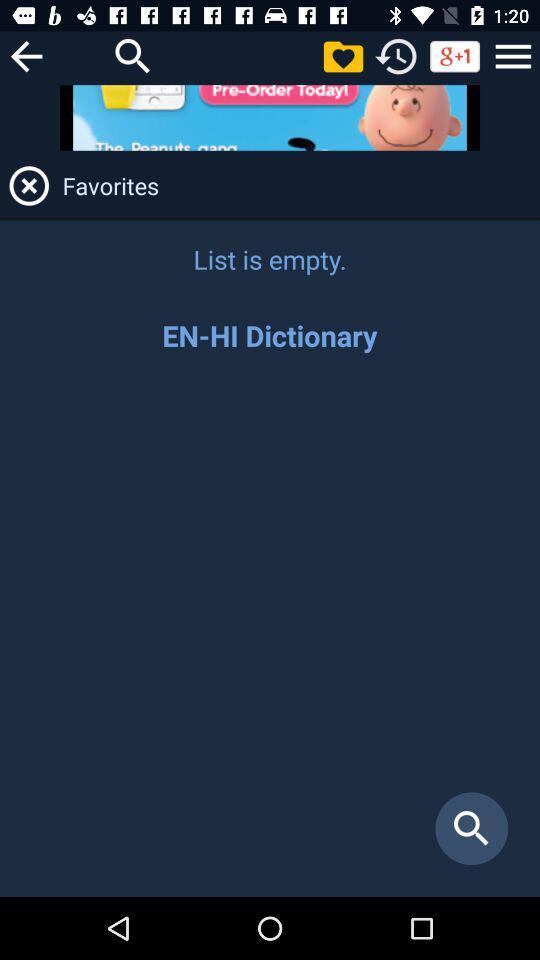  Describe the element at coordinates (133, 55) in the screenshot. I see `the search icon` at that location.